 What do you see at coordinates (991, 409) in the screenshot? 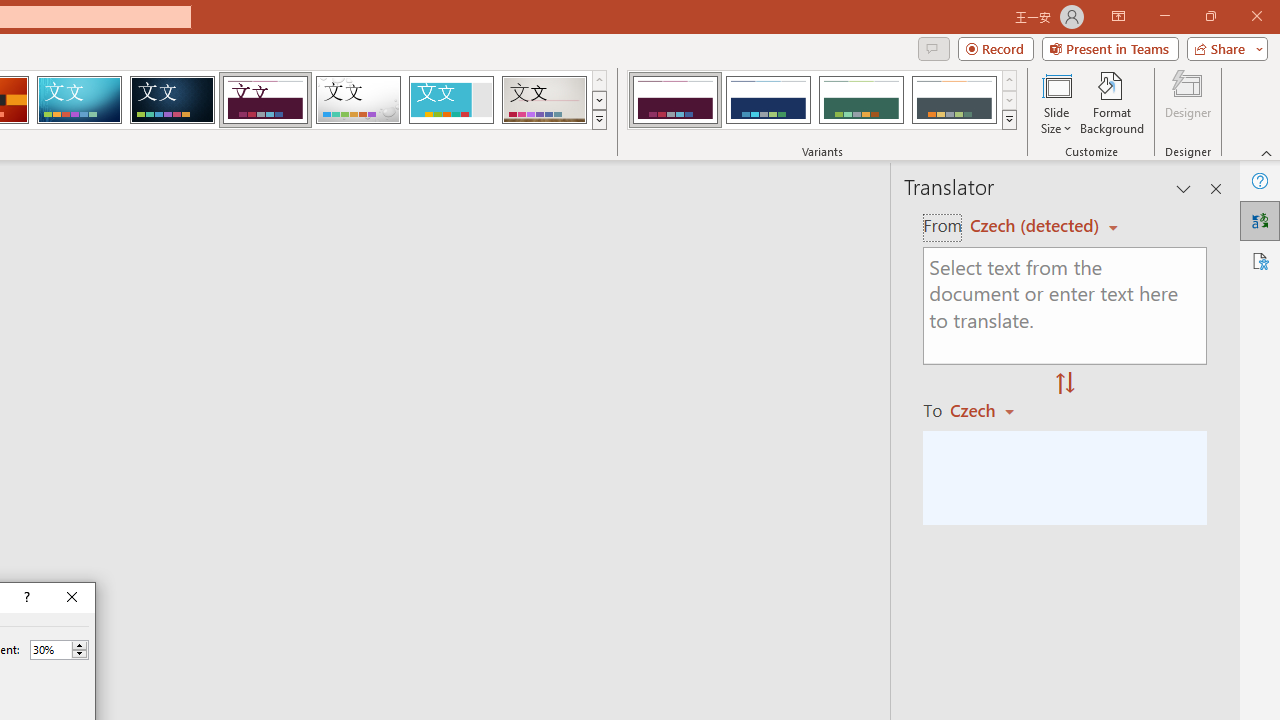
I see `'Czech'` at bounding box center [991, 409].